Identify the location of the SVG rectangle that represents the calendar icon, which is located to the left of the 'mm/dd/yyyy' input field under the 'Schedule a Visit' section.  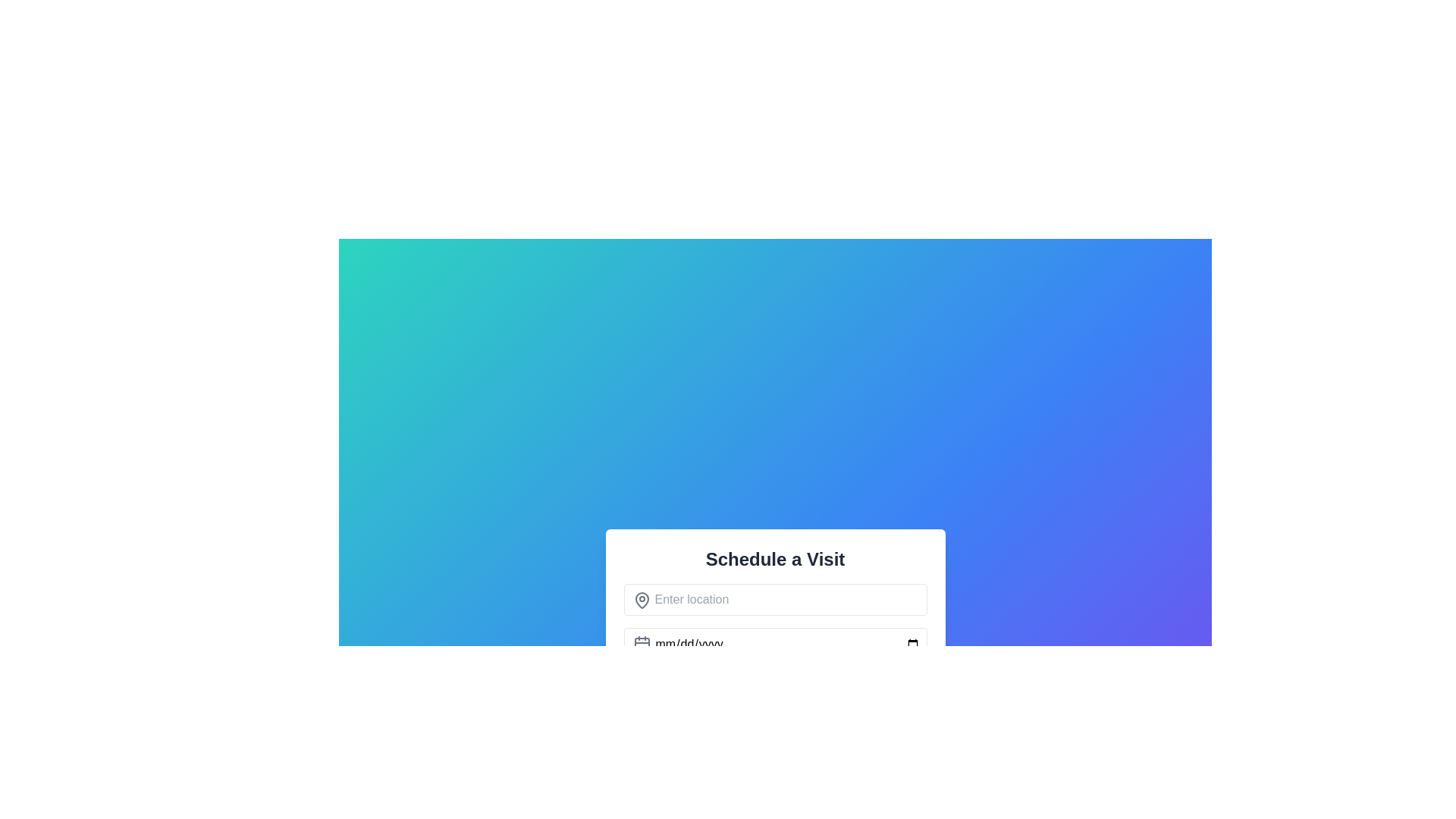
(642, 645).